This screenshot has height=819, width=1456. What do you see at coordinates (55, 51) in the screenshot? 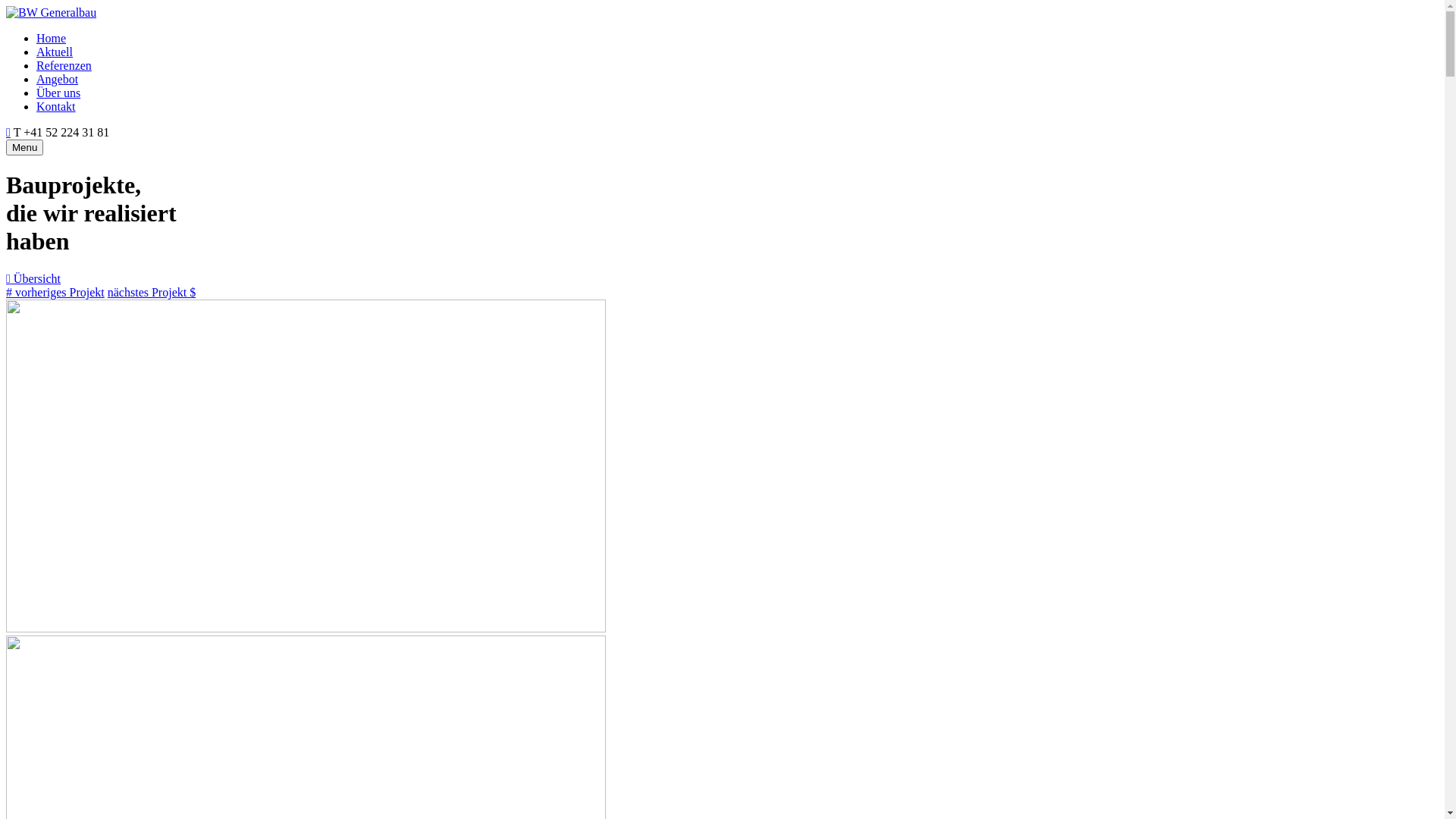
I see `'Aktuell'` at bounding box center [55, 51].